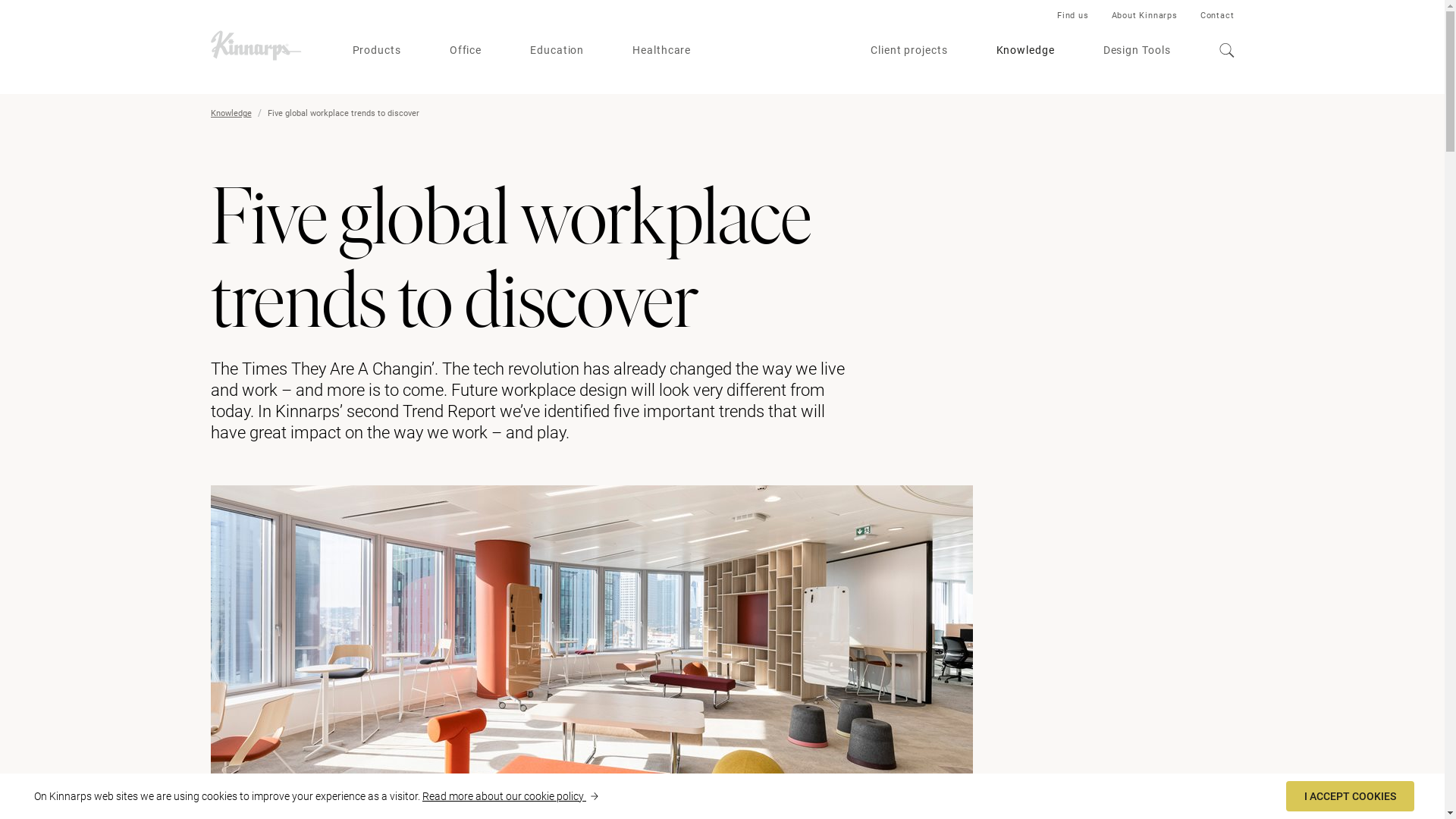 The width and height of the screenshot is (1456, 819). Describe the element at coordinates (1200, 15) in the screenshot. I see `'Contact'` at that location.